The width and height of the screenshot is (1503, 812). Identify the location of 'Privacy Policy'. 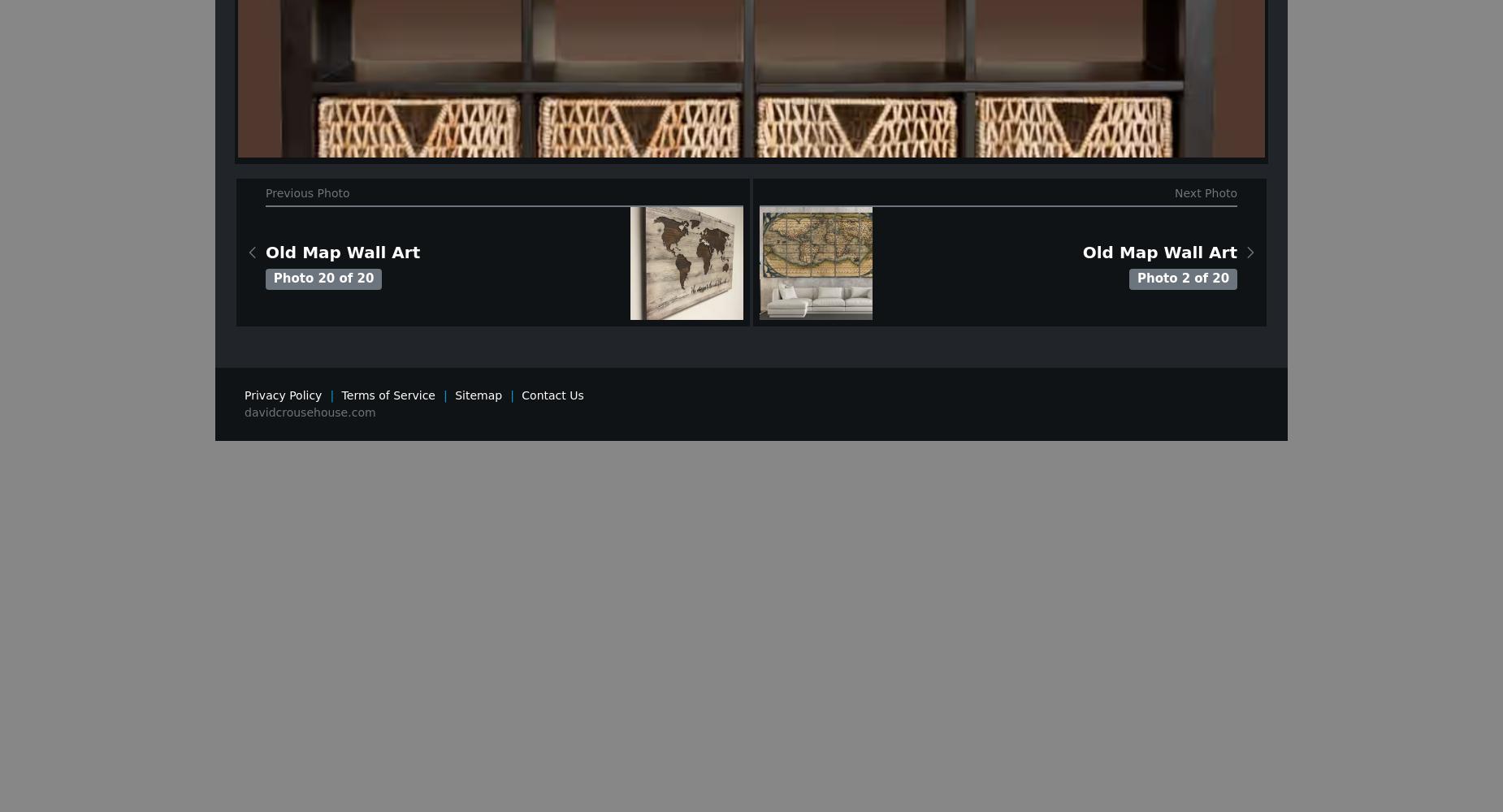
(282, 394).